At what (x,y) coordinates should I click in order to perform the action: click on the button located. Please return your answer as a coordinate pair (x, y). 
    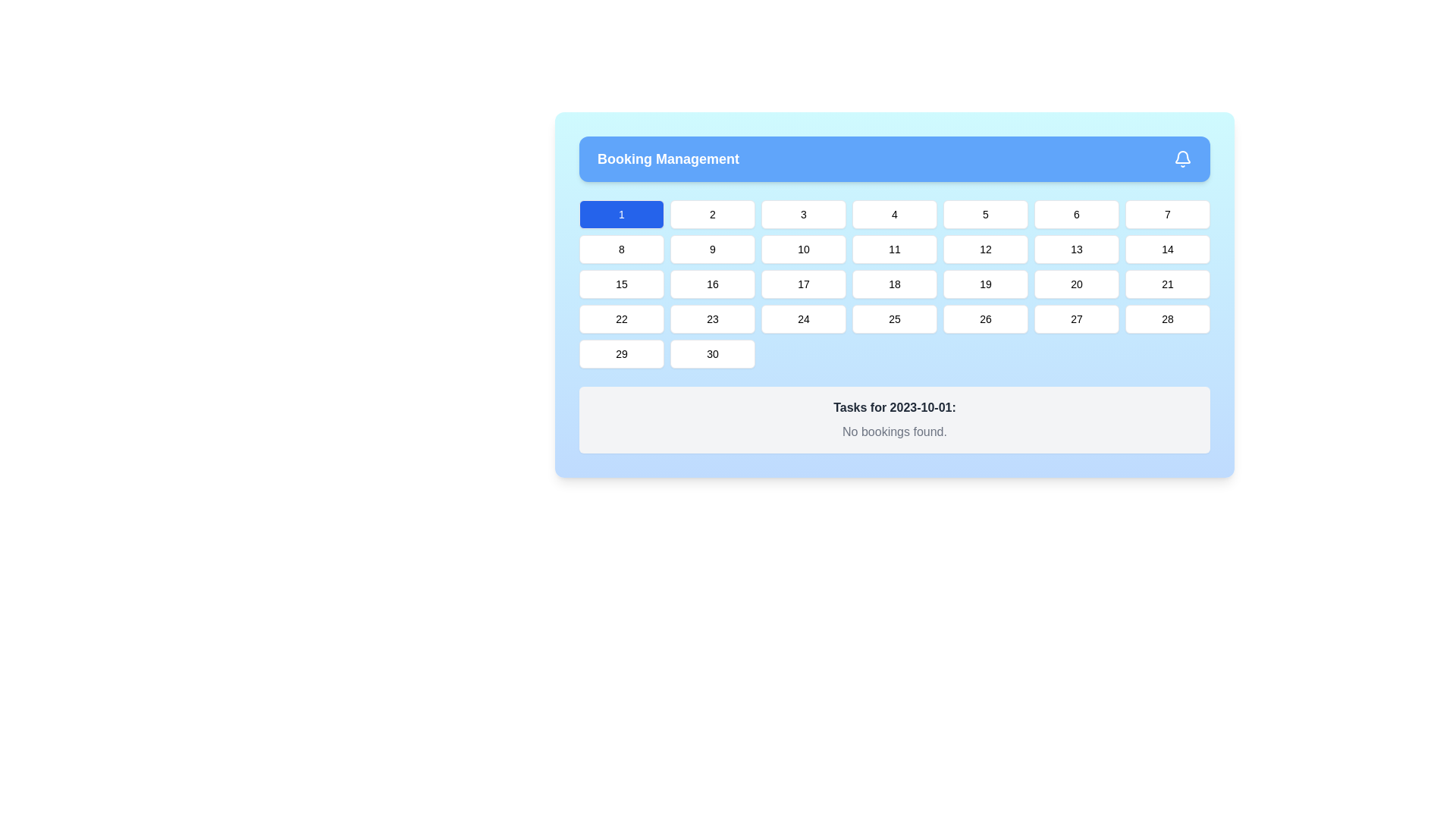
    Looking at the image, I should click on (1076, 284).